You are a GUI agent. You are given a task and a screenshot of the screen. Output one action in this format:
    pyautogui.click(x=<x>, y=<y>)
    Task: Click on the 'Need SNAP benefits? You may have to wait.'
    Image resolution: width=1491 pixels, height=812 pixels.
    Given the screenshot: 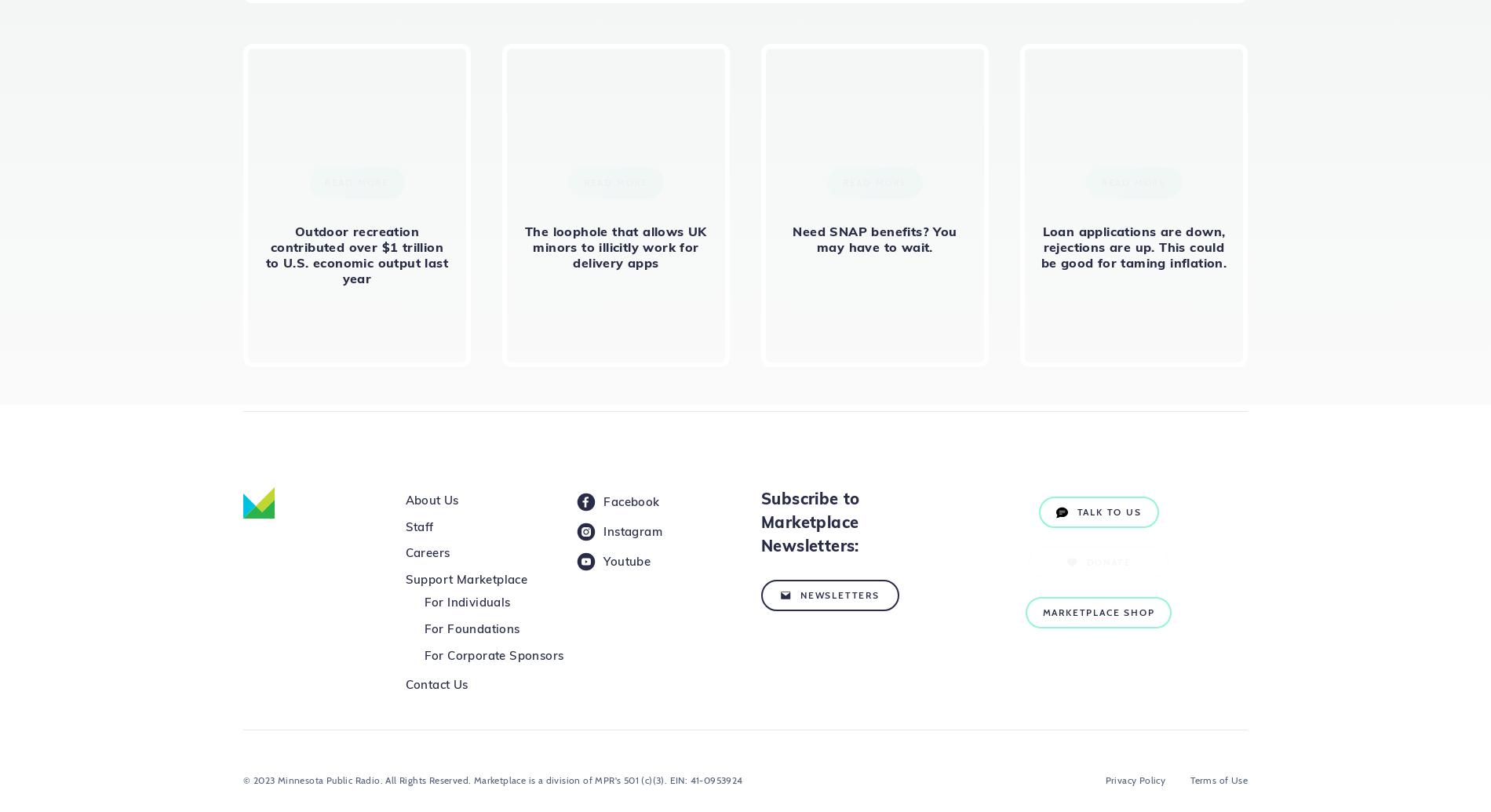 What is the action you would take?
    pyautogui.click(x=874, y=239)
    